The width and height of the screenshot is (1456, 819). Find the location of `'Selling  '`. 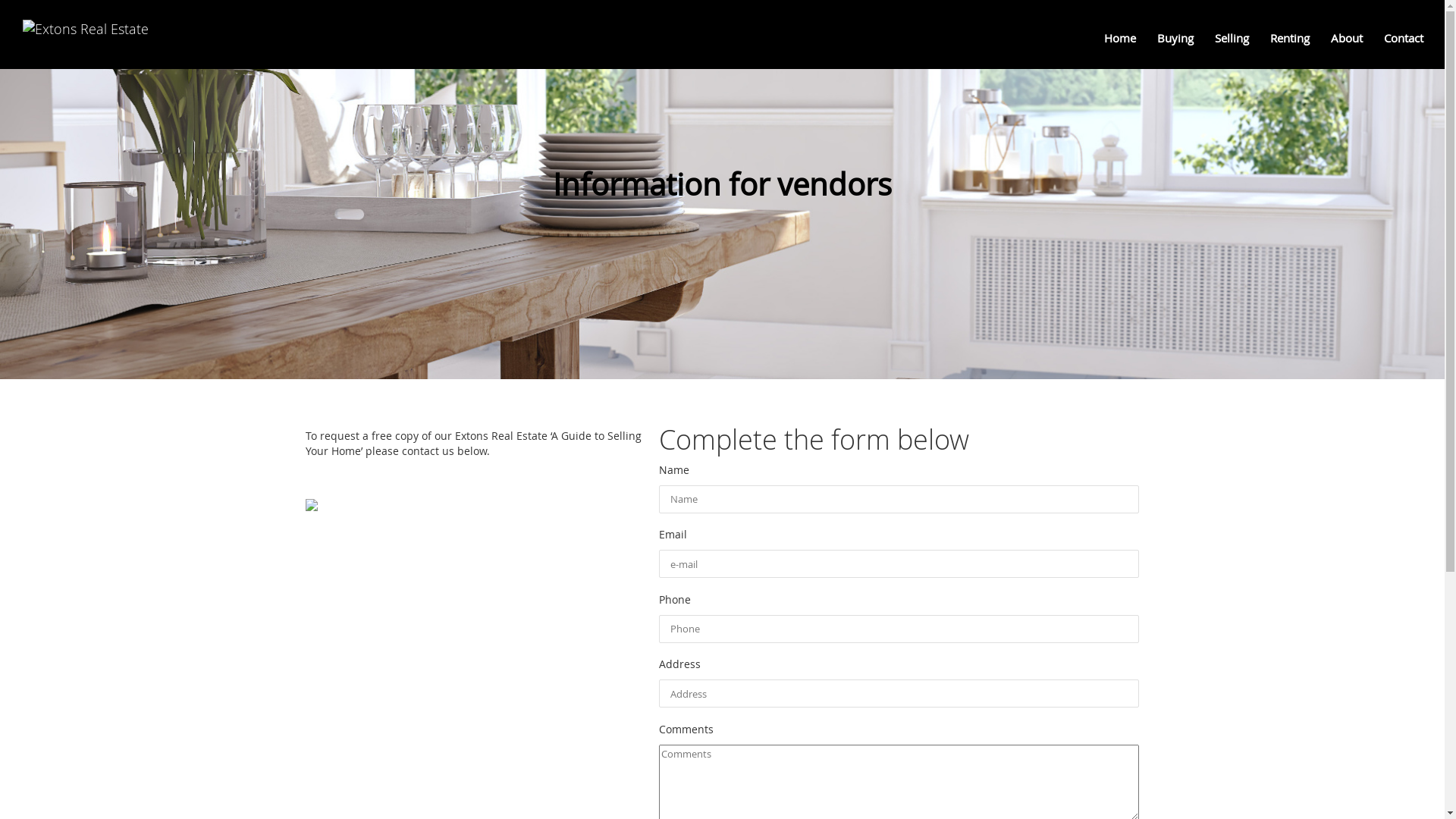

'Selling  ' is located at coordinates (1235, 41).